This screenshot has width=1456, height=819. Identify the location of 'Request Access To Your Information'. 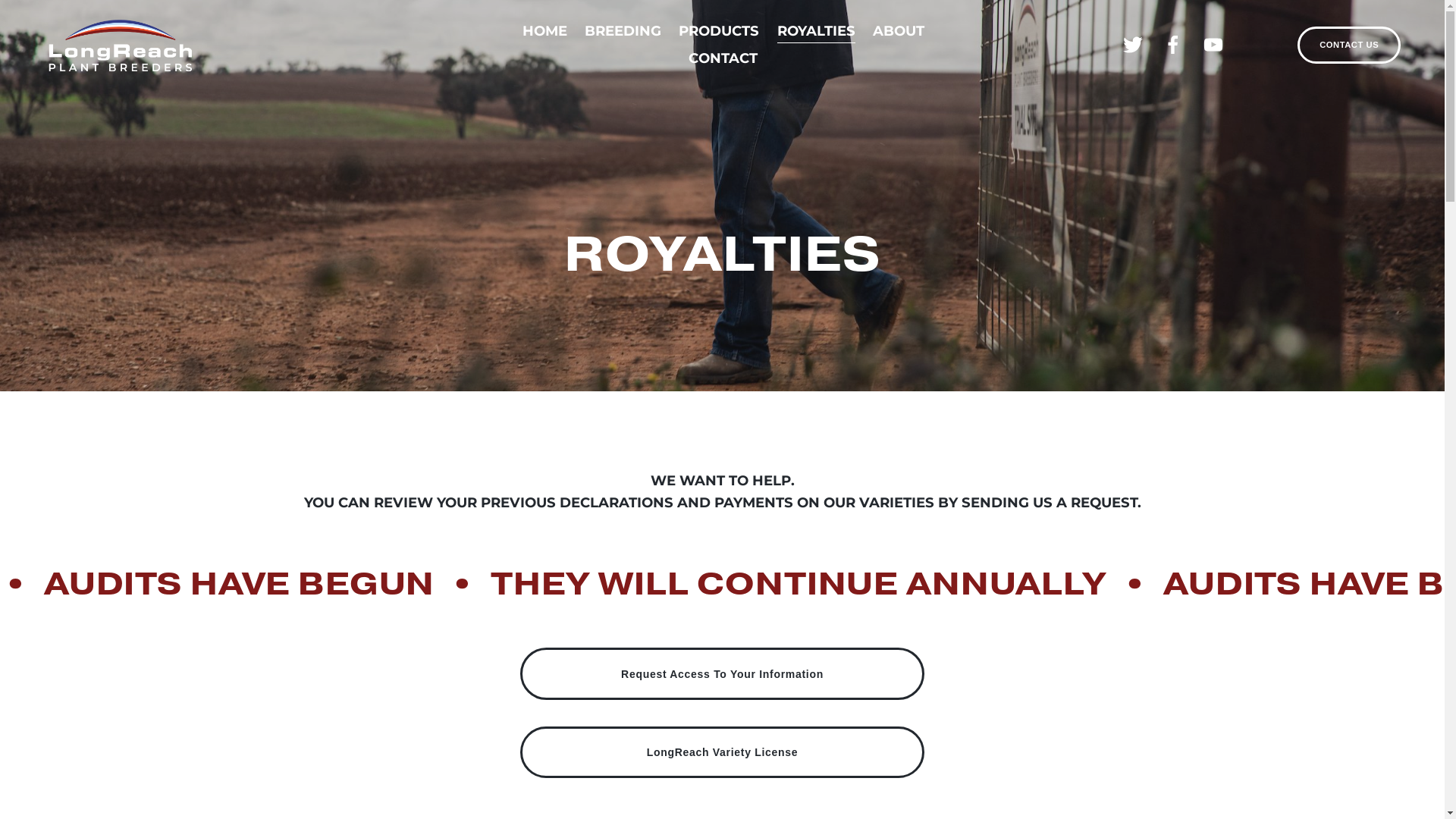
(721, 673).